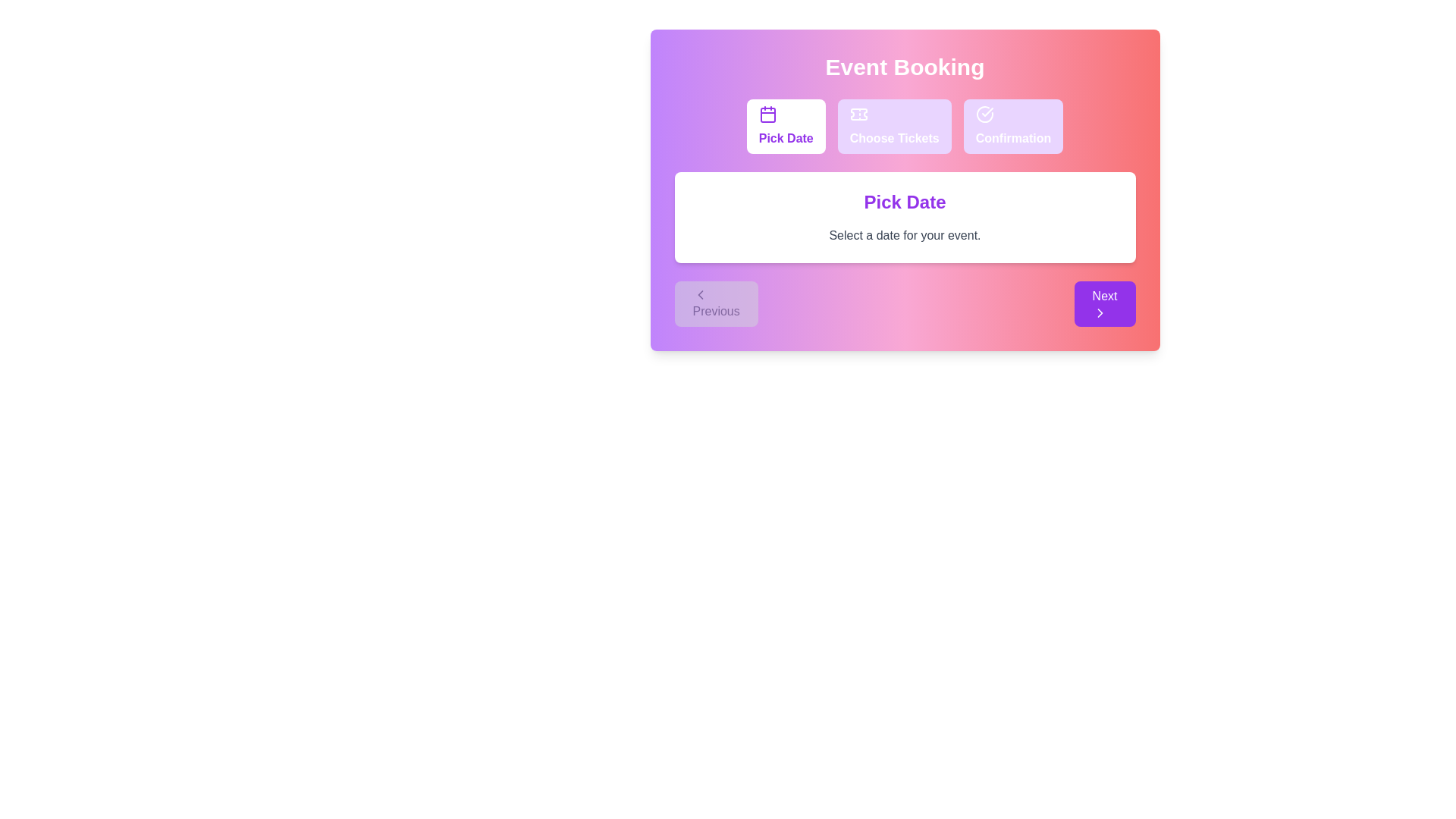  Describe the element at coordinates (894, 125) in the screenshot. I see `the 'Choose Tickets' button, which is a lavender rectangular button located in the event booking panel` at that location.